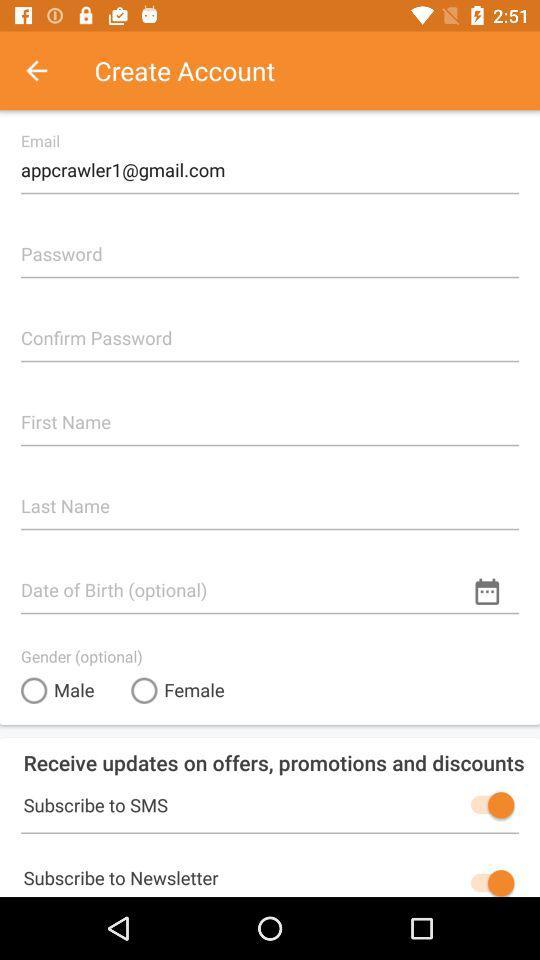  Describe the element at coordinates (270, 330) in the screenshot. I see `type aver password` at that location.